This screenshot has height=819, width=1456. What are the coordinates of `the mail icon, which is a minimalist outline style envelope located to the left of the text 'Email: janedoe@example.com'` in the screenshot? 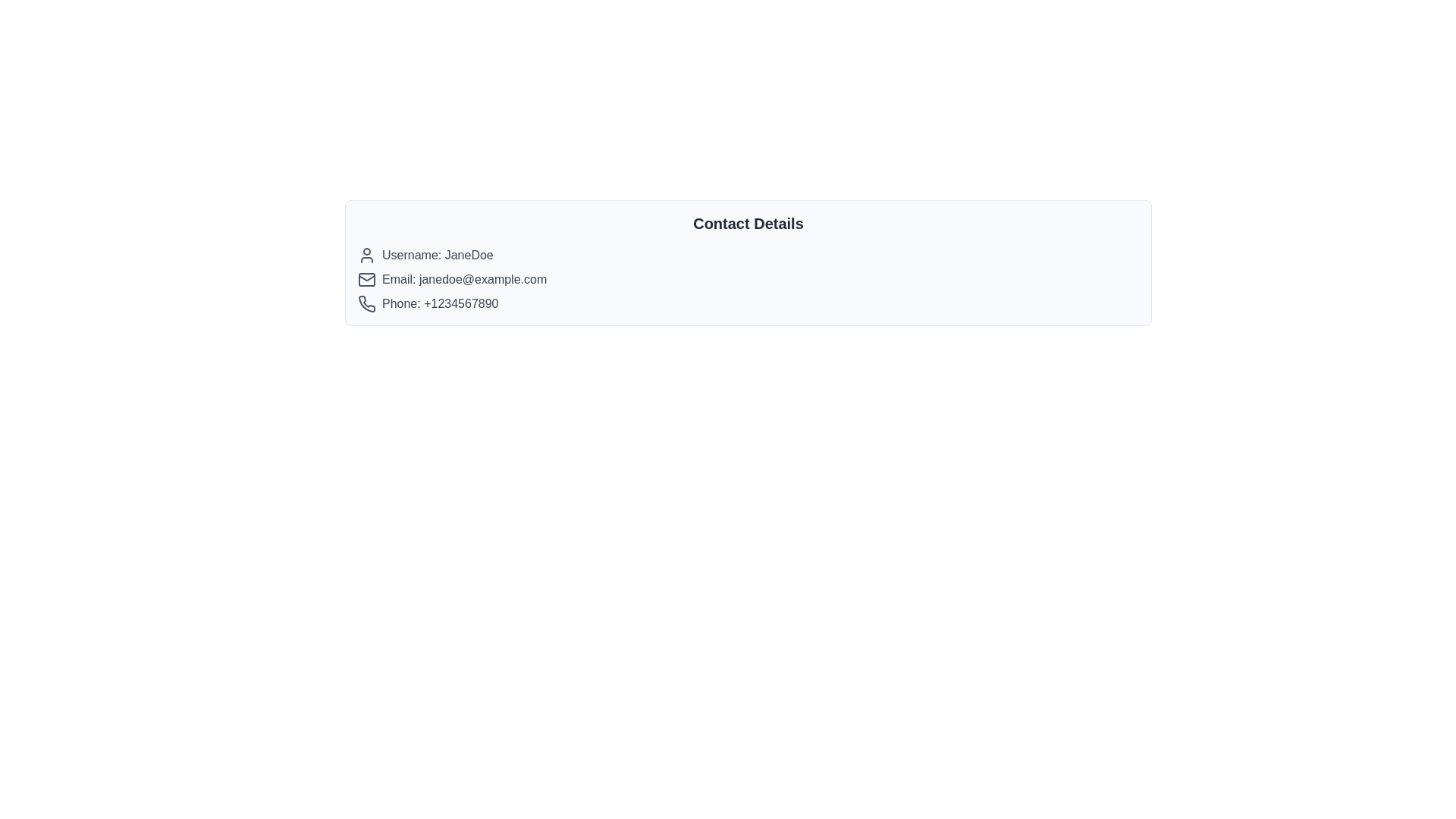 It's located at (367, 280).